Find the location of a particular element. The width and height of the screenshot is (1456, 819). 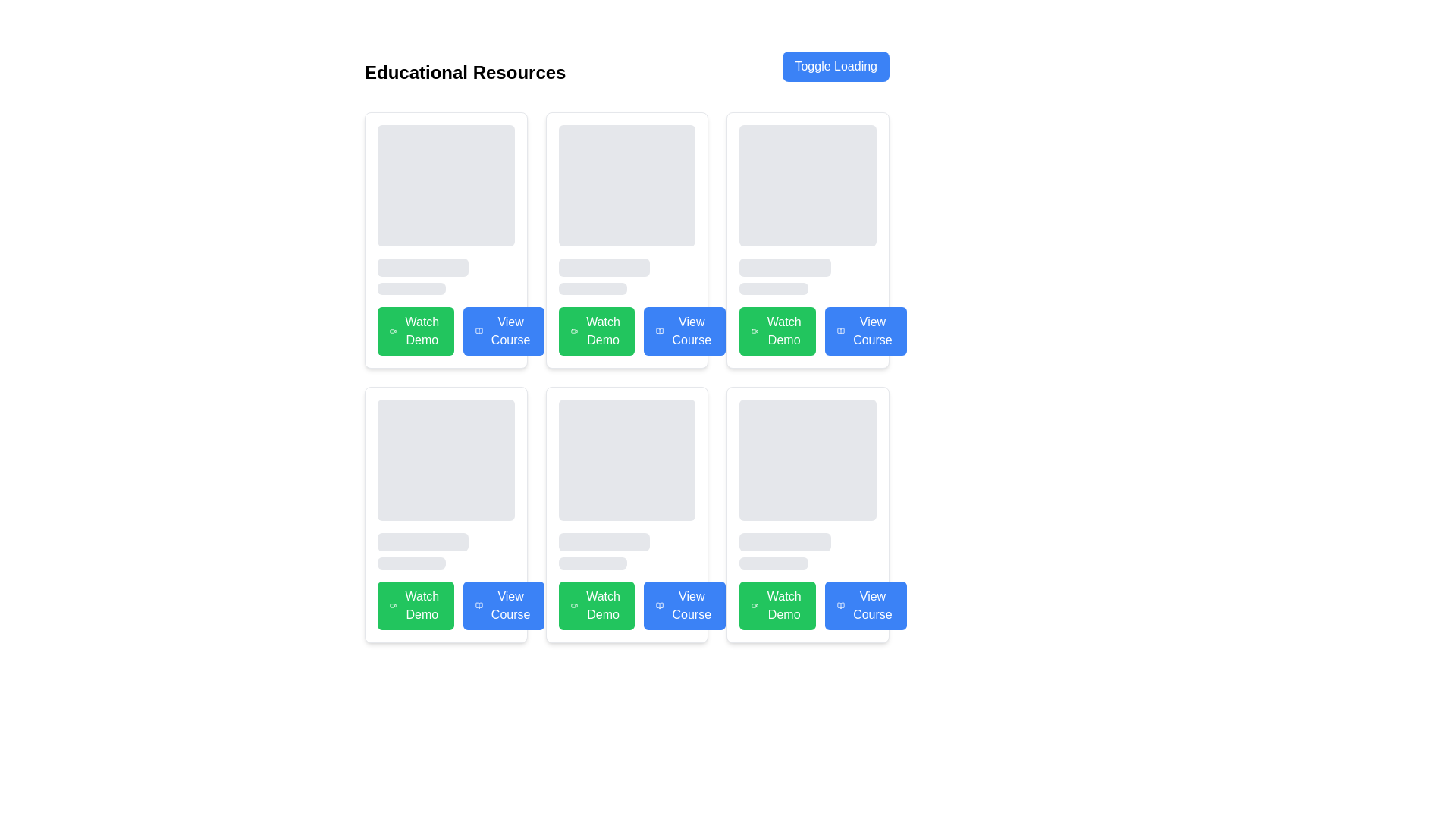

the button located to the right of the 'Educational Resources' text to observe the color change is located at coordinates (835, 66).